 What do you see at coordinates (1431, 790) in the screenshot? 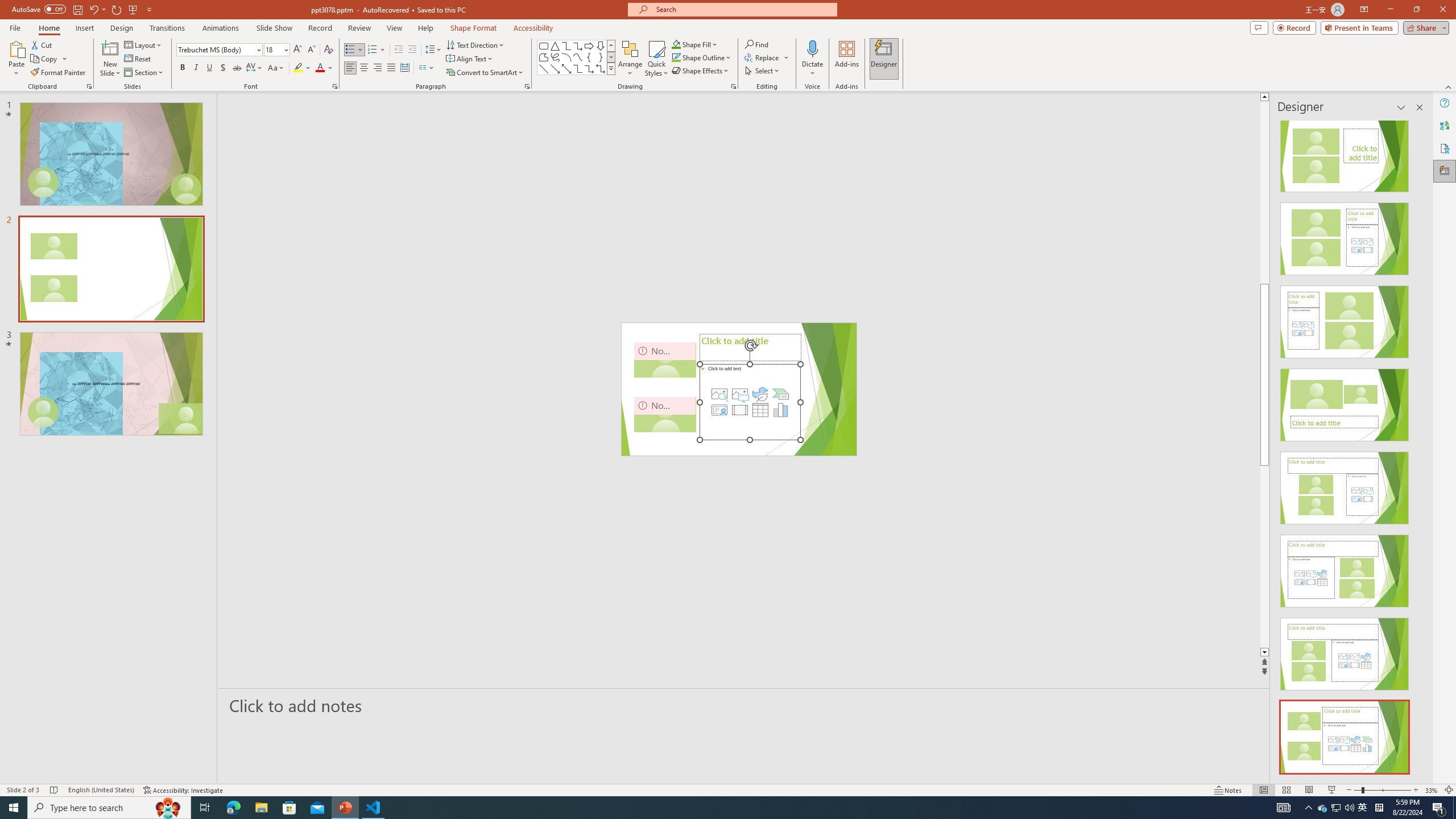
I see `'Zoom 33%'` at bounding box center [1431, 790].